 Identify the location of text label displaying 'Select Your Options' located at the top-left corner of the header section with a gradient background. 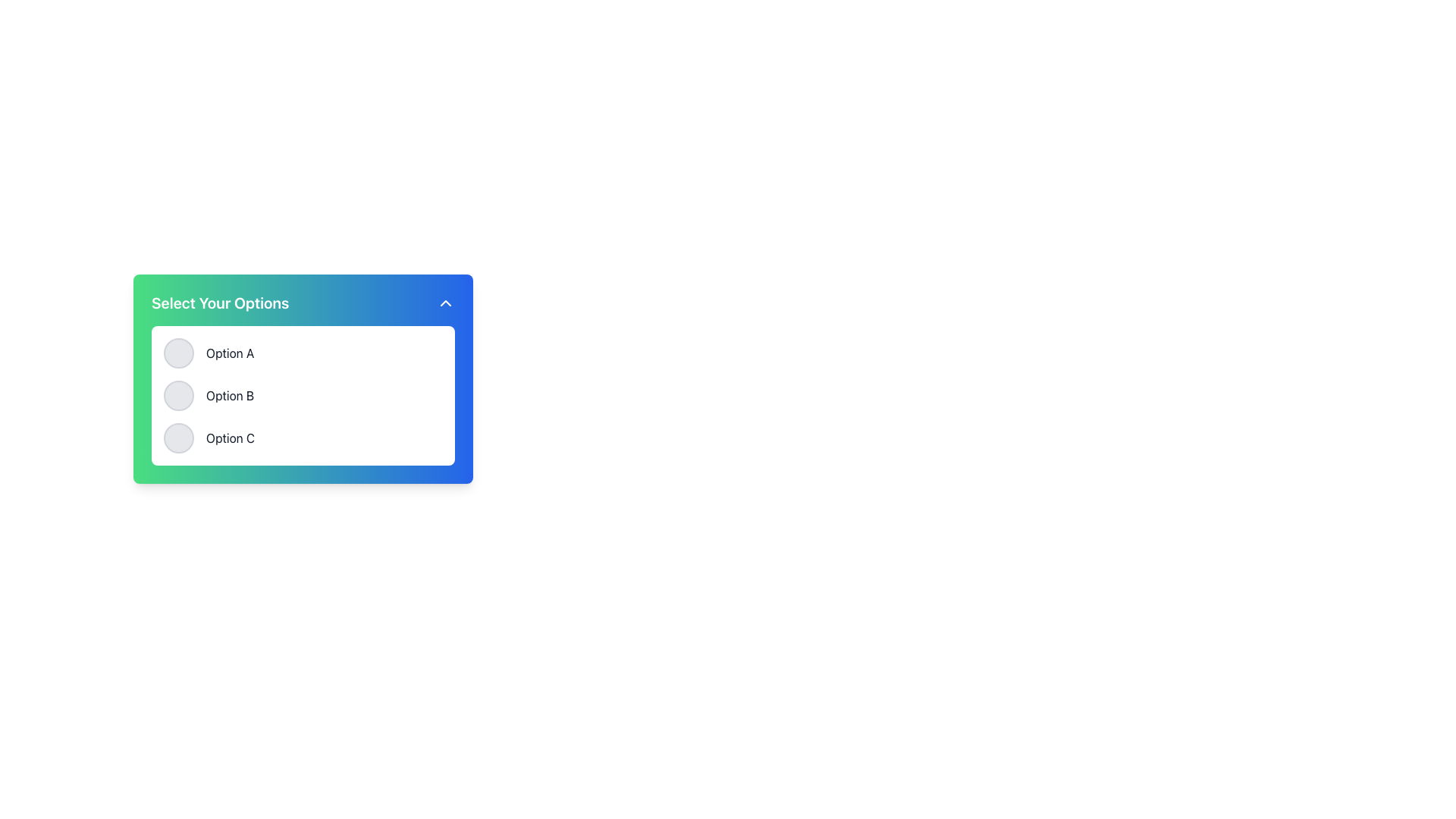
(219, 303).